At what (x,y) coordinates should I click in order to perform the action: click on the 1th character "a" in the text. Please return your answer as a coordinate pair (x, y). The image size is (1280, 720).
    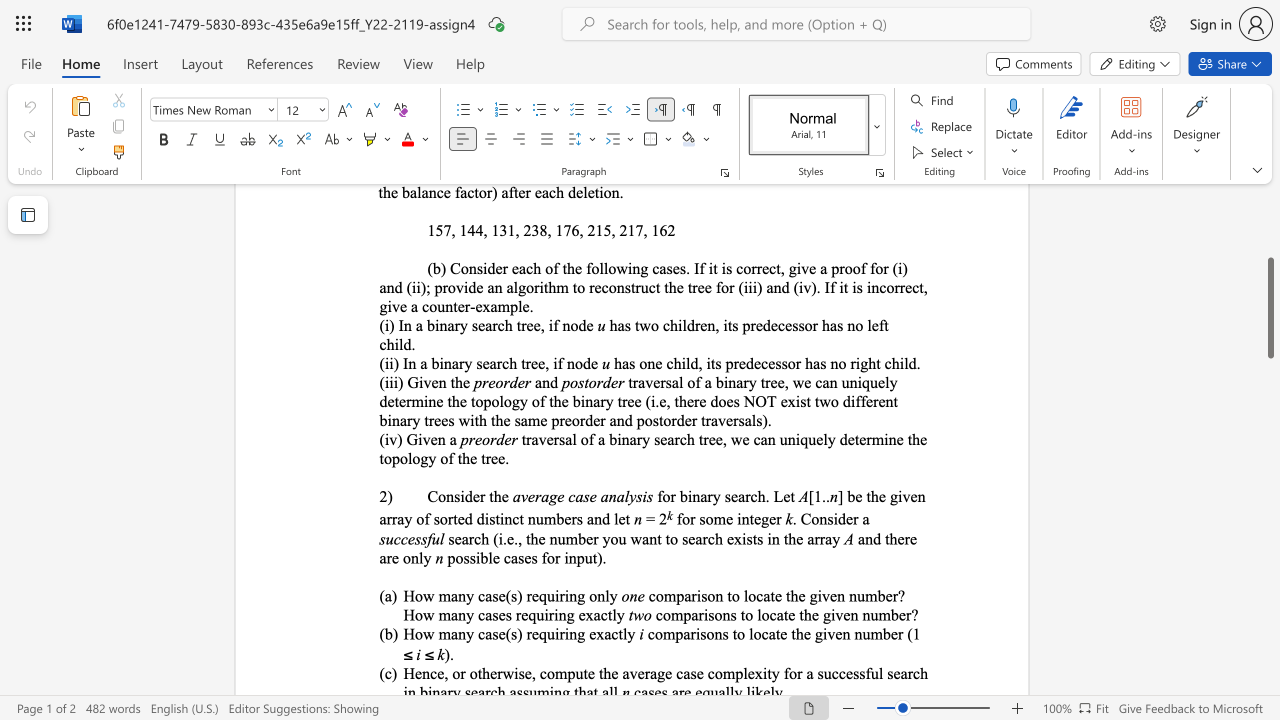
    Looking at the image, I should click on (452, 438).